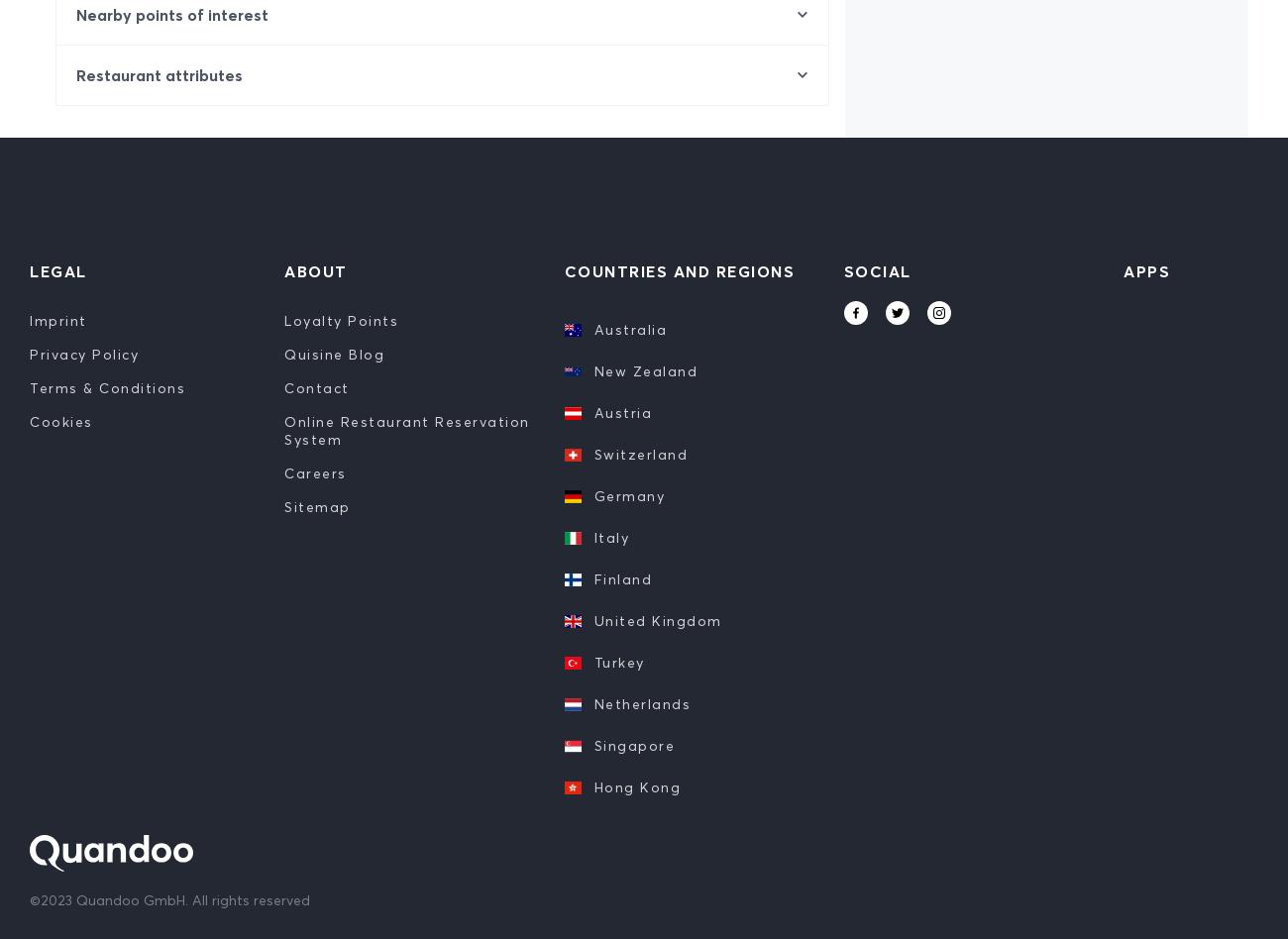 This screenshot has width=1288, height=939. I want to click on 'Contact', so click(284, 386).